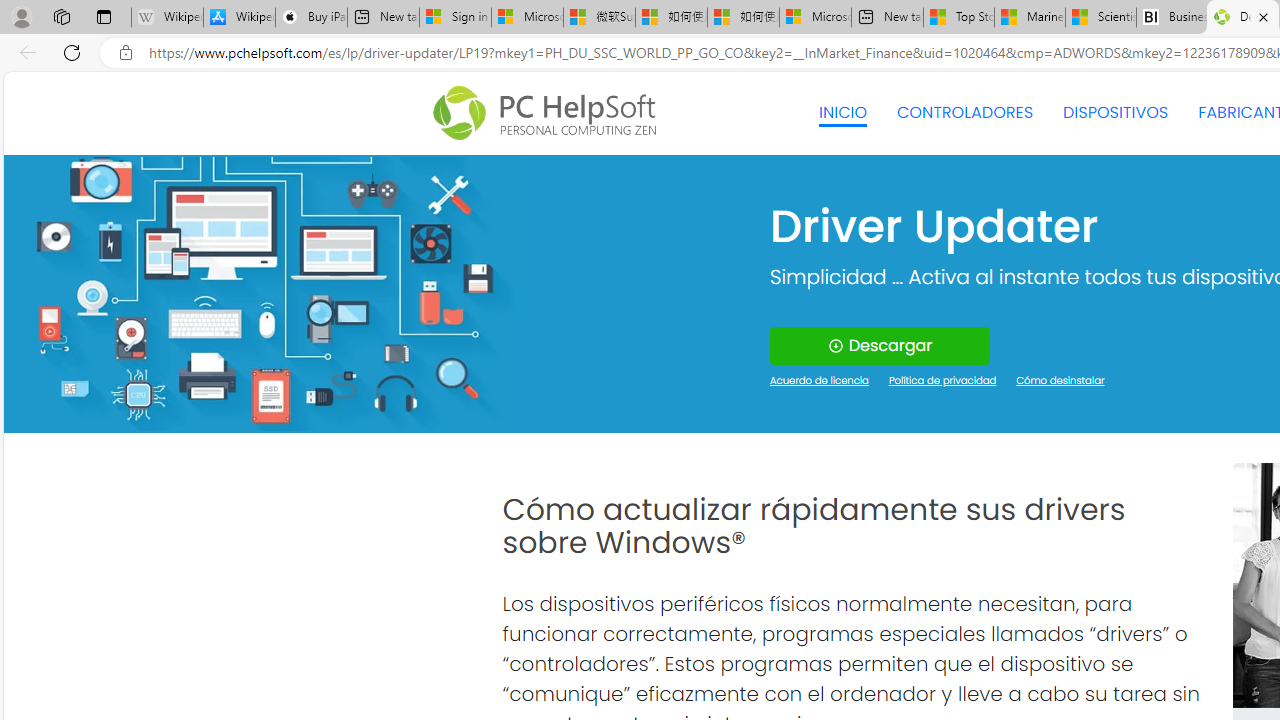  Describe the element at coordinates (1114, 113) in the screenshot. I see `'DISPOSITIVOS'` at that location.